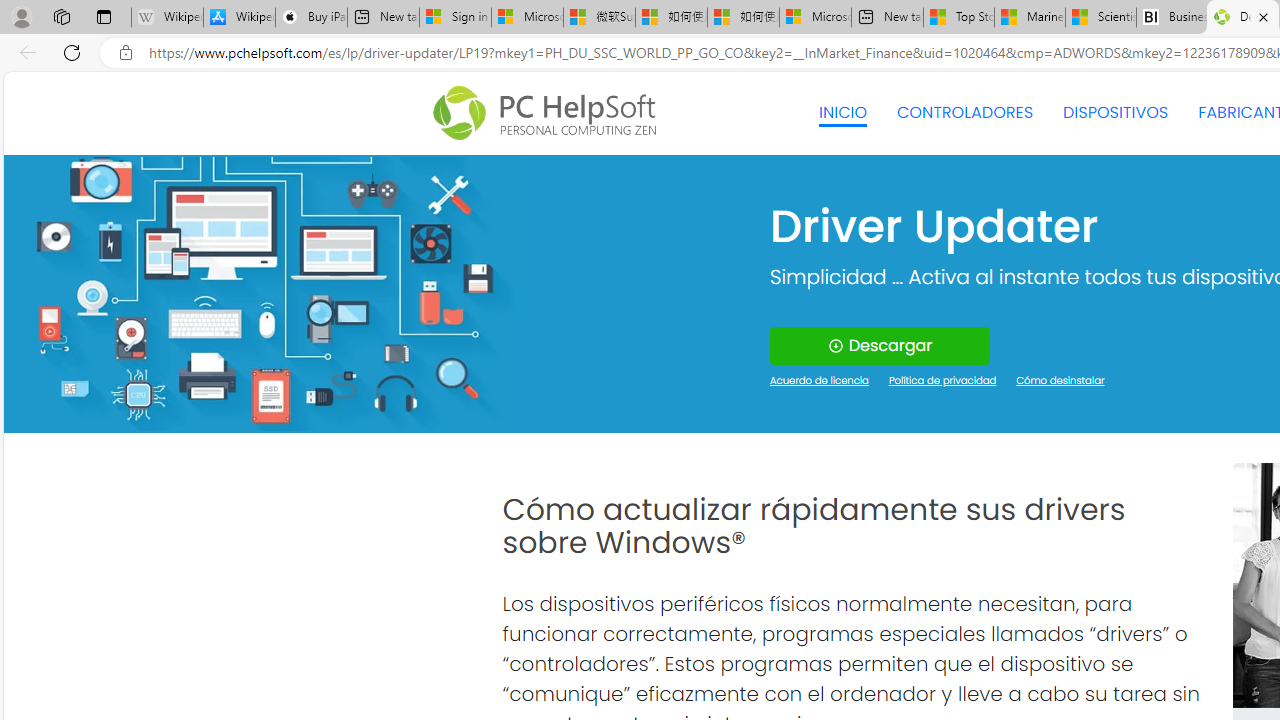  Describe the element at coordinates (1114, 113) in the screenshot. I see `'DISPOSITIVOS'` at that location.